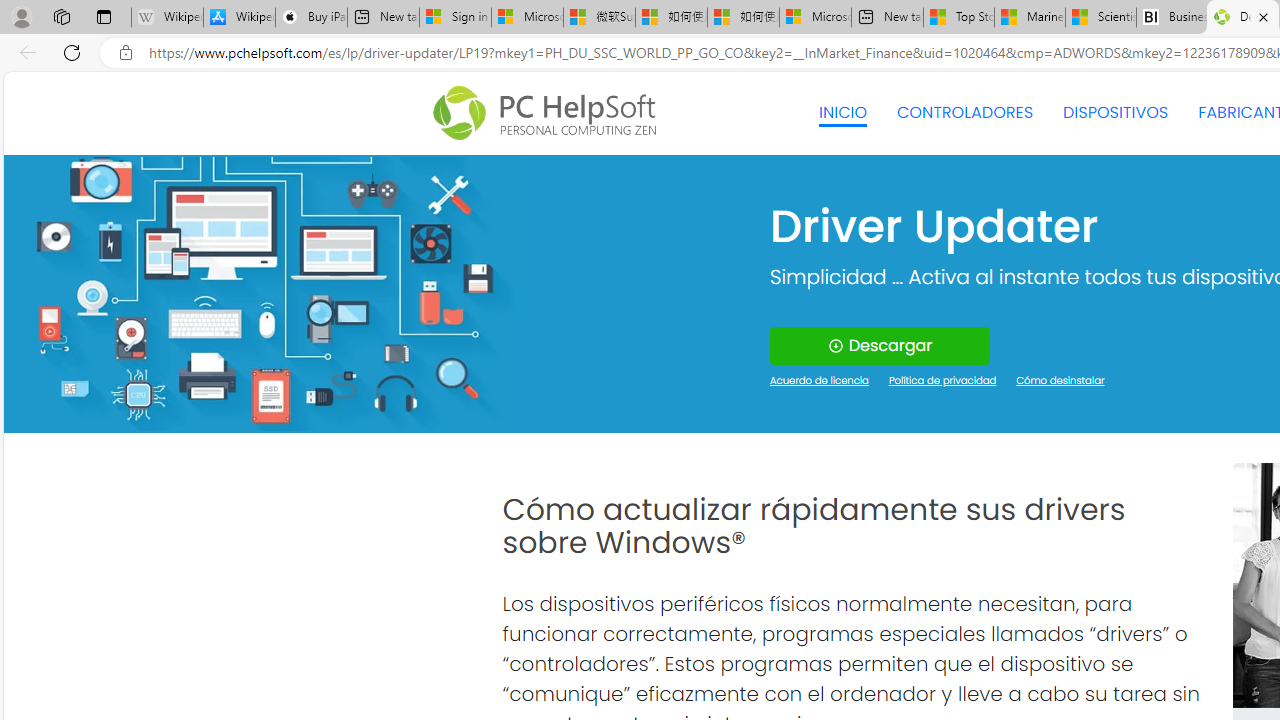  Describe the element at coordinates (1114, 113) in the screenshot. I see `'DISPOSITIVOS'` at that location.